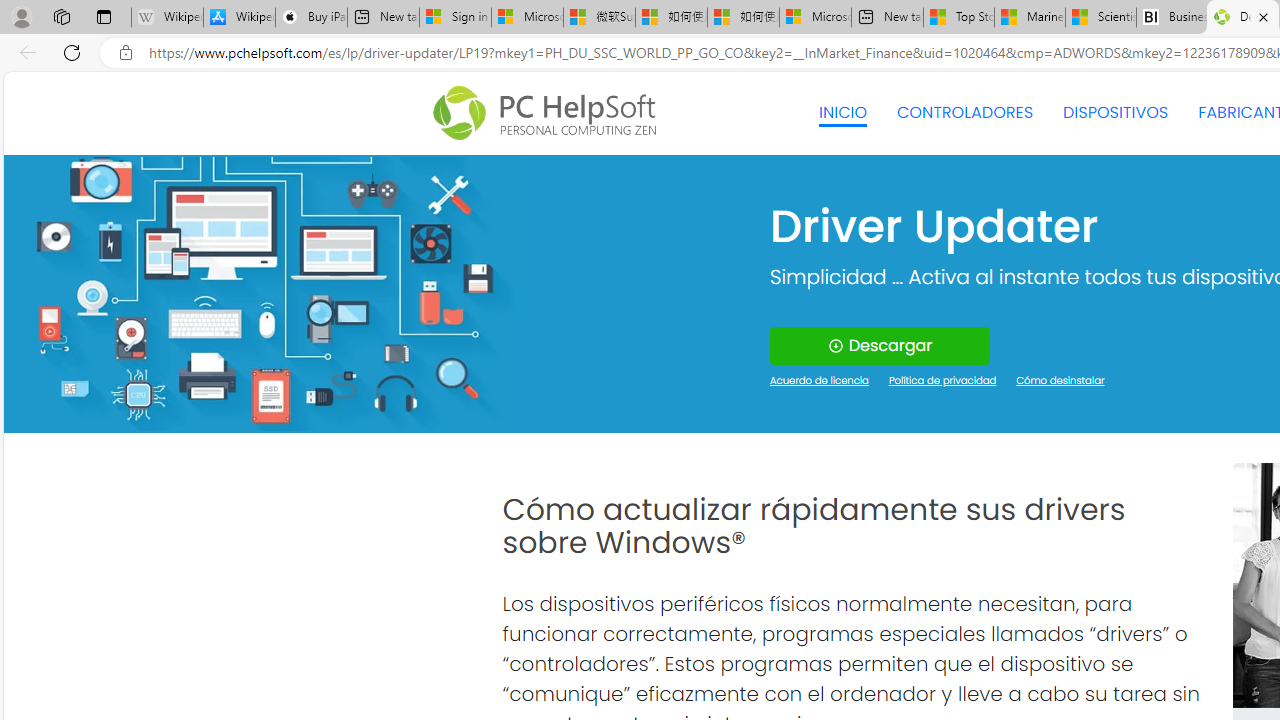  Describe the element at coordinates (1114, 113) in the screenshot. I see `'DISPOSITIVOS'` at that location.